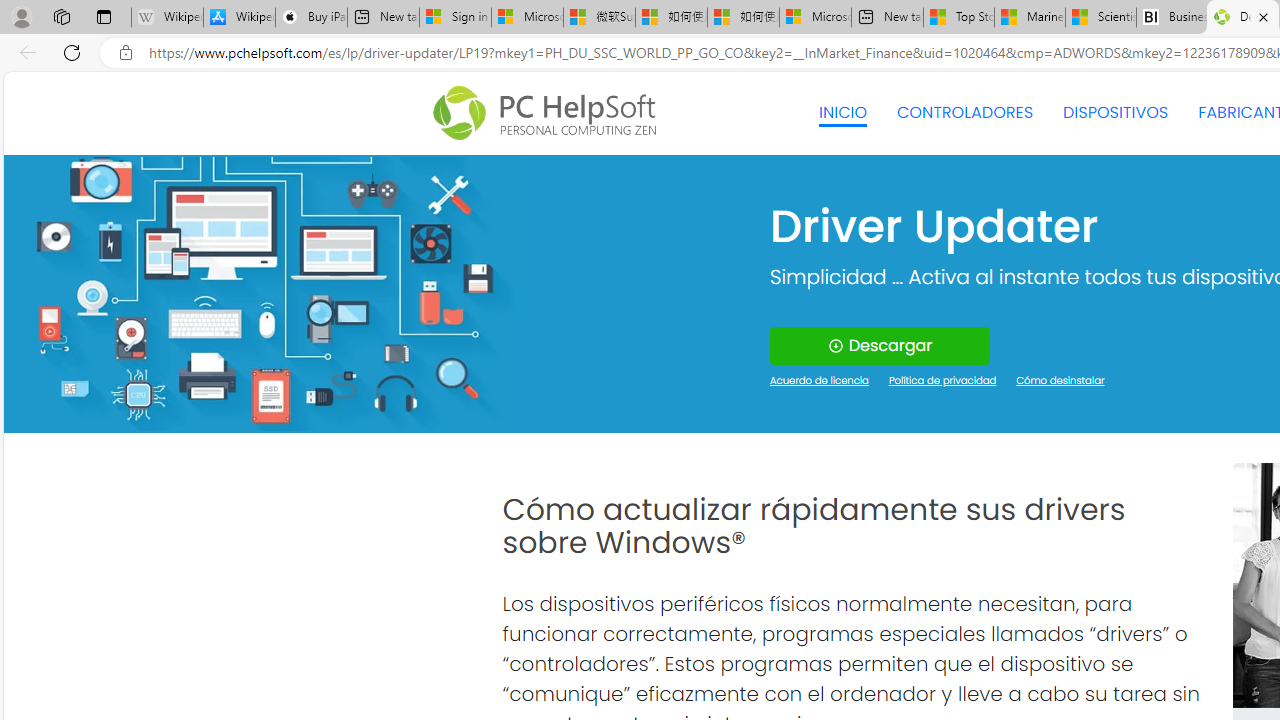  Describe the element at coordinates (1114, 113) in the screenshot. I see `'DISPOSITIVOS'` at that location.